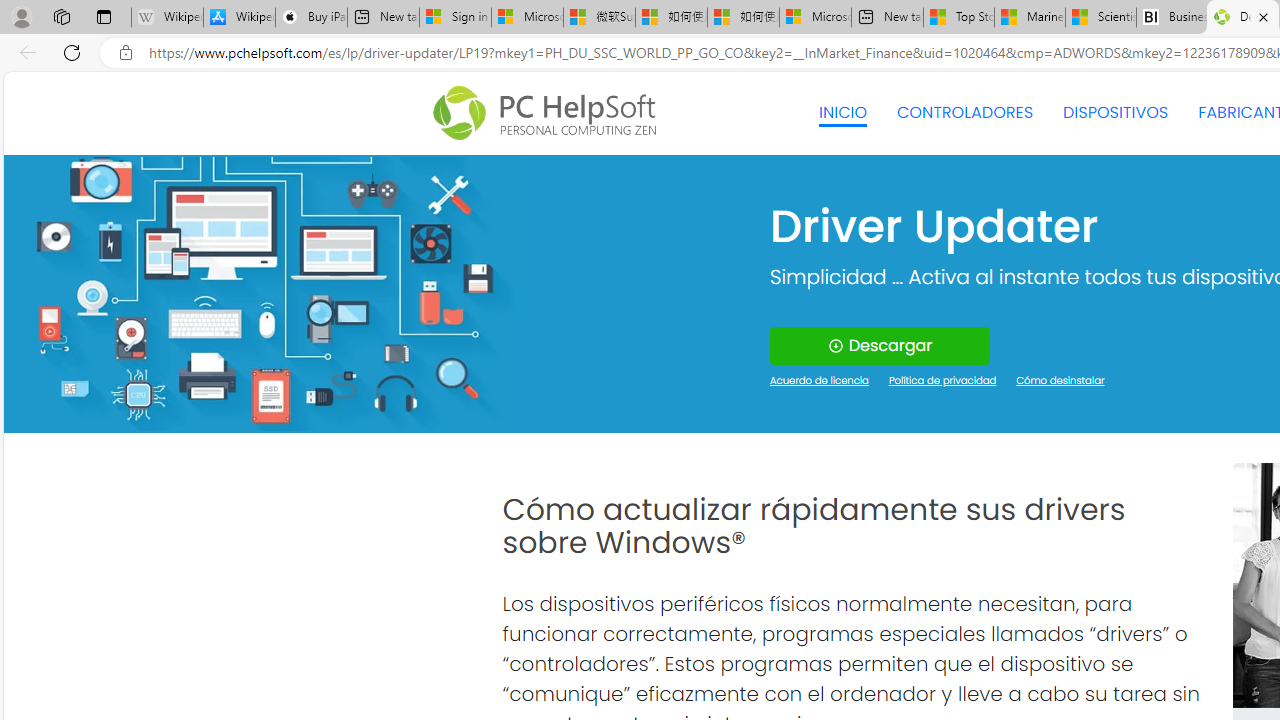  Describe the element at coordinates (1114, 113) in the screenshot. I see `'DISPOSITIVOS'` at that location.